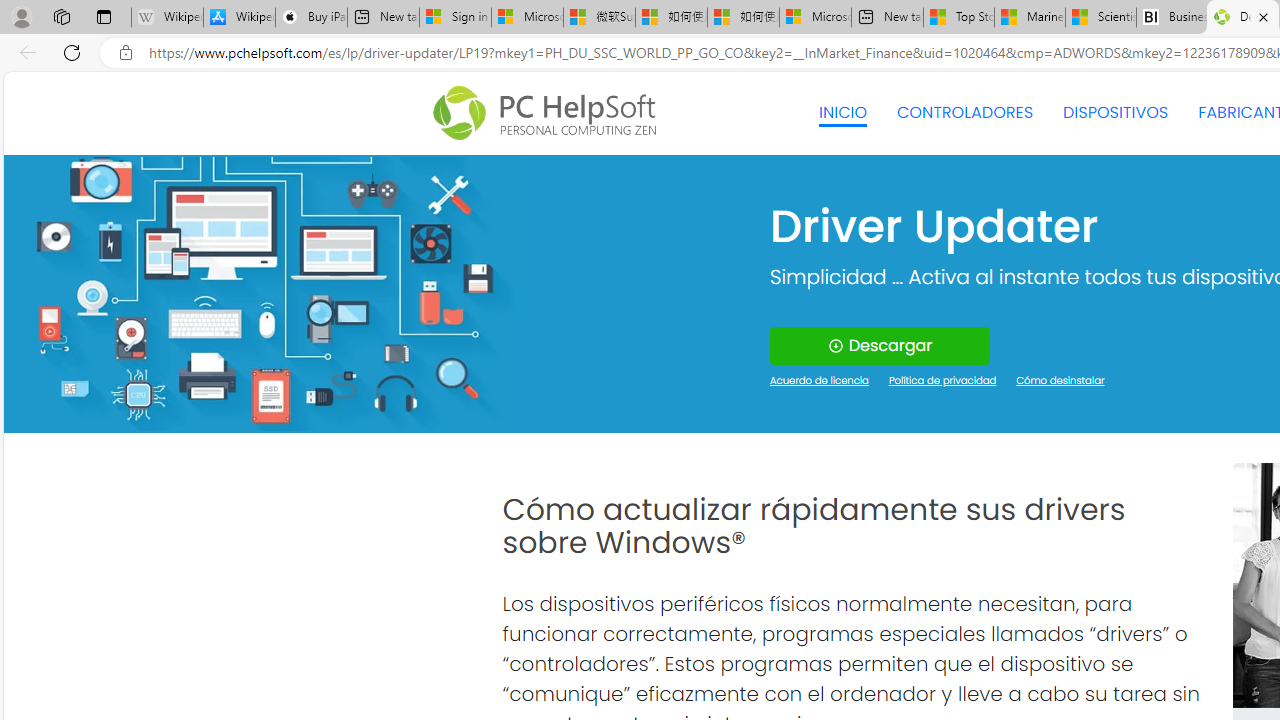  Describe the element at coordinates (1114, 113) in the screenshot. I see `'DISPOSITIVOS'` at that location.